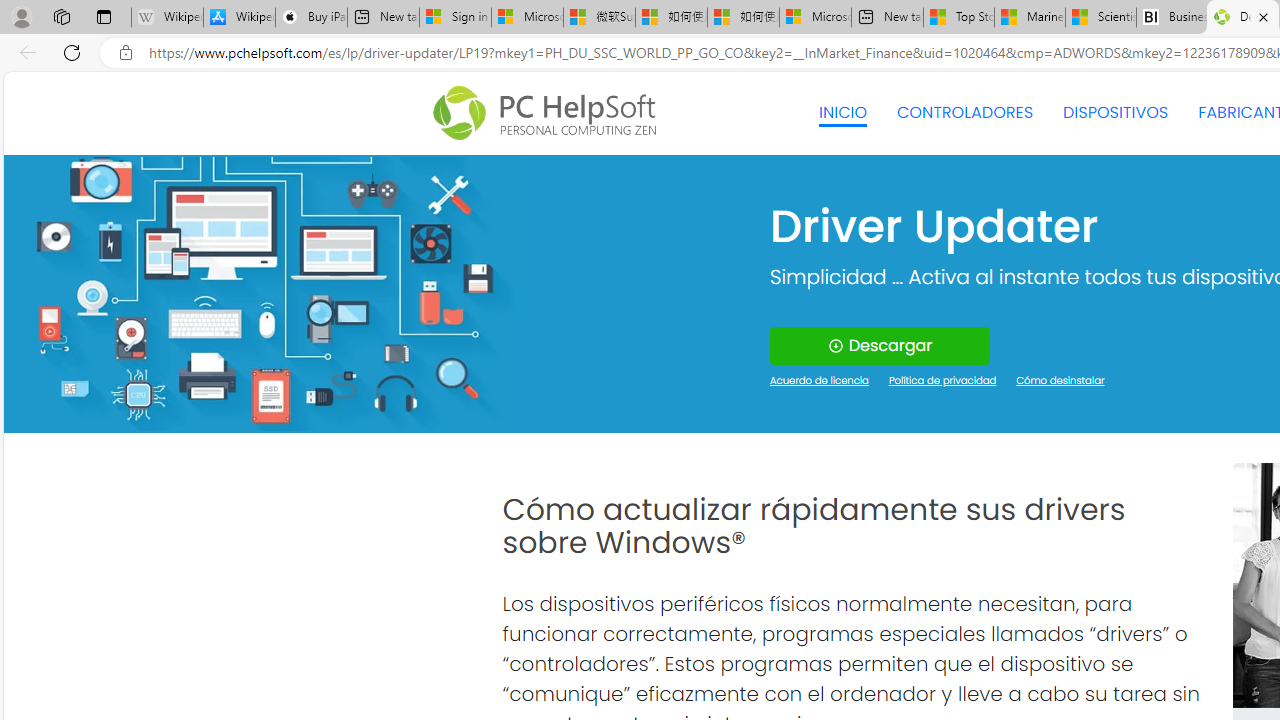  Describe the element at coordinates (1114, 113) in the screenshot. I see `'DISPOSITIVOS'` at that location.